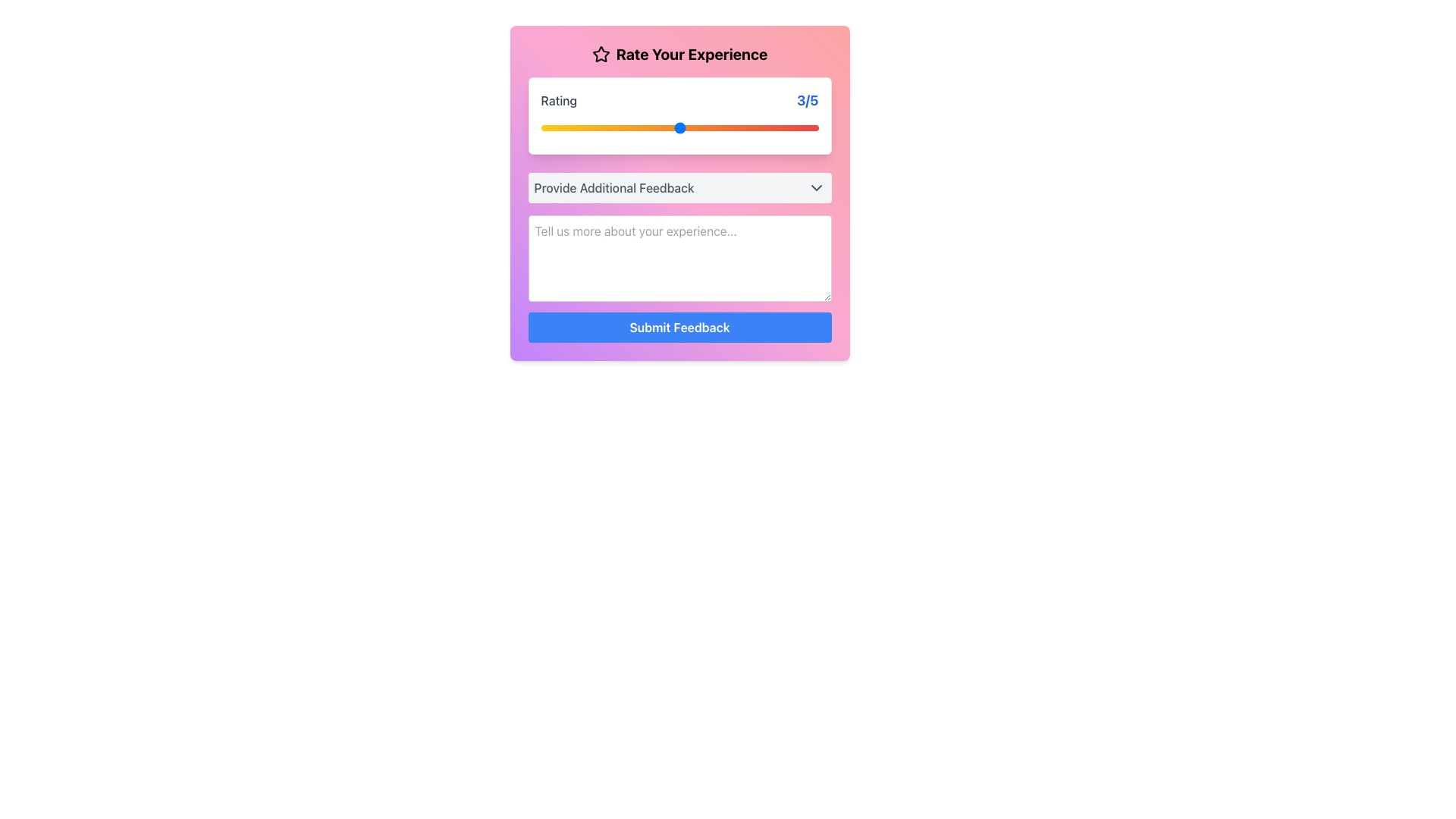 The image size is (1456, 819). I want to click on the decorative icon located at the top-center of the interface, slightly to the left of the text 'Rate Your Experience', so click(600, 54).